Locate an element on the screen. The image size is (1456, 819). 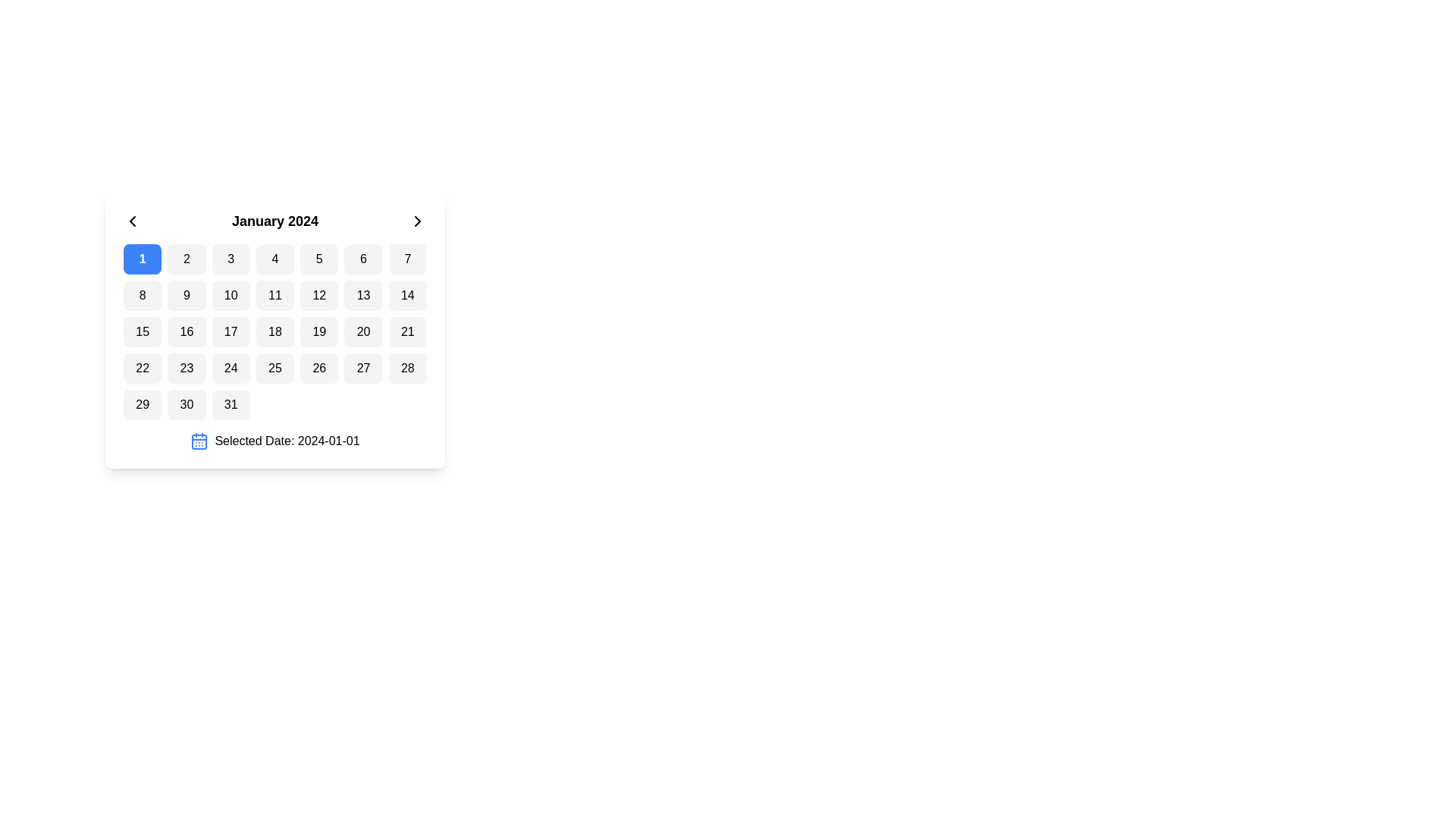
the button labeled '2' in the calendar grid is located at coordinates (186, 259).